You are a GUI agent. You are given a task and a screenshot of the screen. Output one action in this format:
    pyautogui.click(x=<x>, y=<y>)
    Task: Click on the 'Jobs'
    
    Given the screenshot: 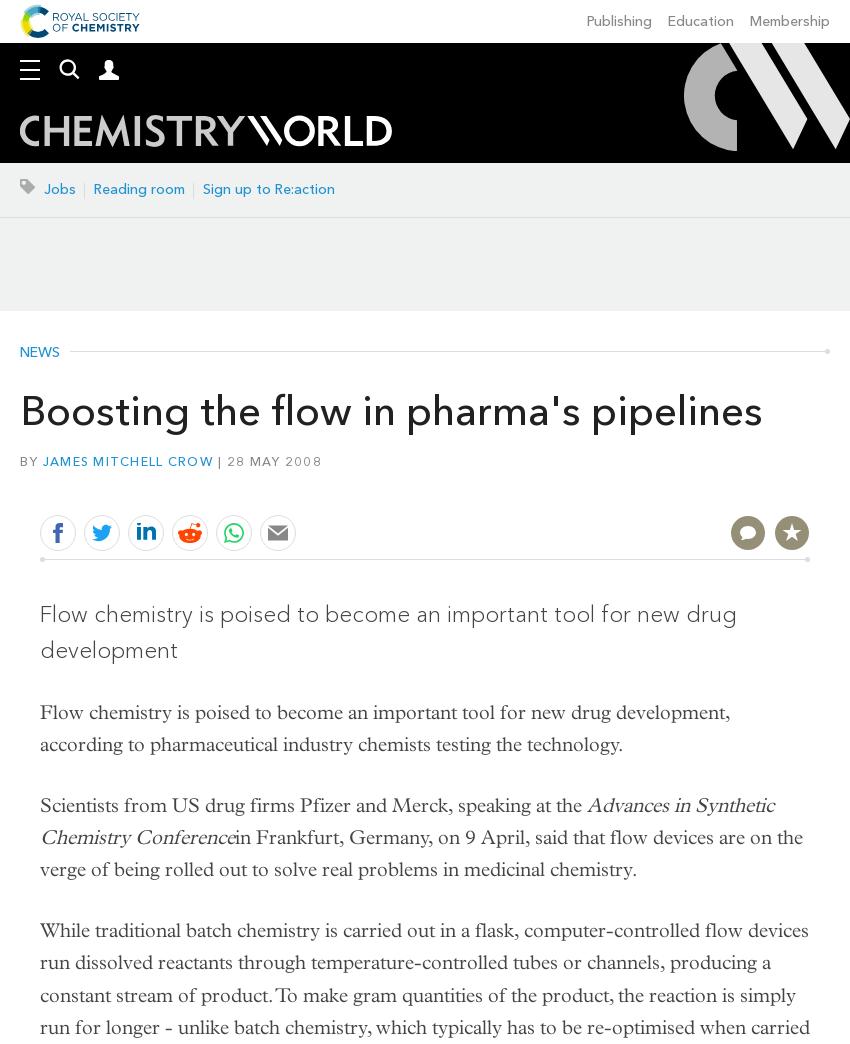 What is the action you would take?
    pyautogui.click(x=44, y=188)
    